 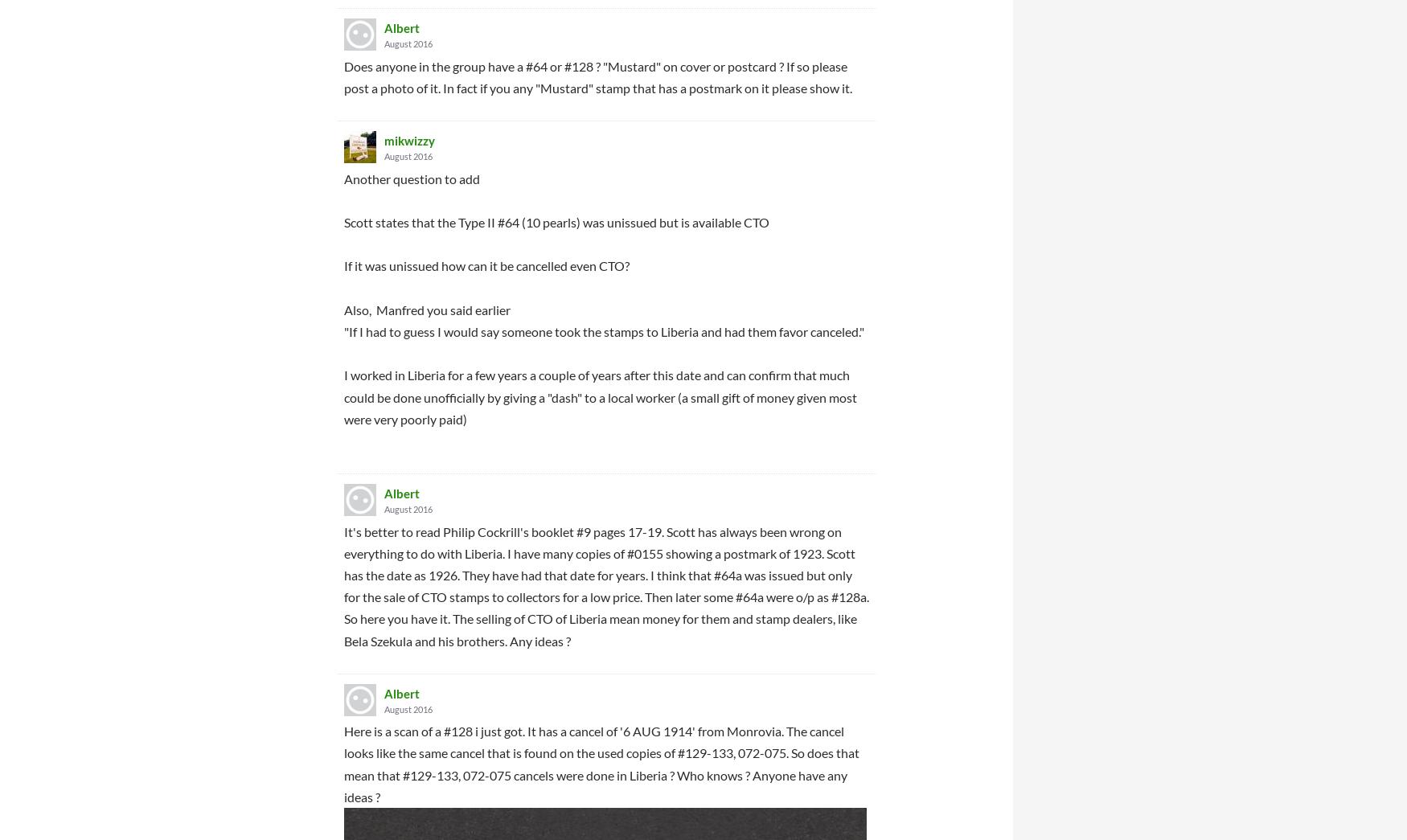 What do you see at coordinates (601, 395) in the screenshot?
I see `'I worked in Liberia for a few years a couple of years after this date and can confirm that much could be done unofficially by giving a "dash" to a local worker (a small gift of money given most were very poorly paid)'` at bounding box center [601, 395].